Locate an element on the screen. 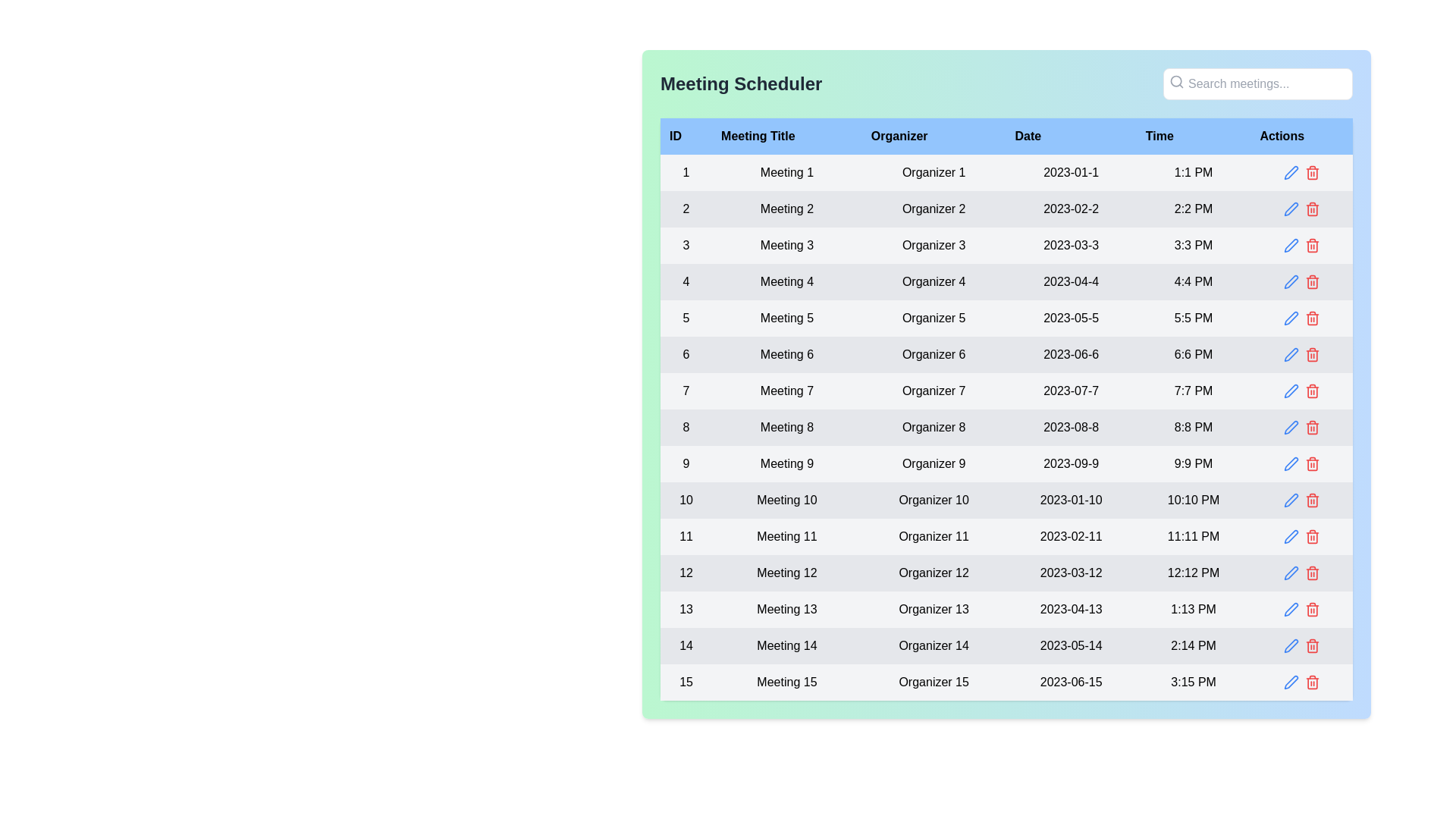 This screenshot has width=1456, height=819. the thirteenth row of the Meeting Scheduler table, which displays the meeting schedule entry with ID 13, Meeting Title 'Meeting 13', Organizer 'Organizer 13', Date '2023-04-13', and Time '1:13 PM' is located at coordinates (1006, 608).